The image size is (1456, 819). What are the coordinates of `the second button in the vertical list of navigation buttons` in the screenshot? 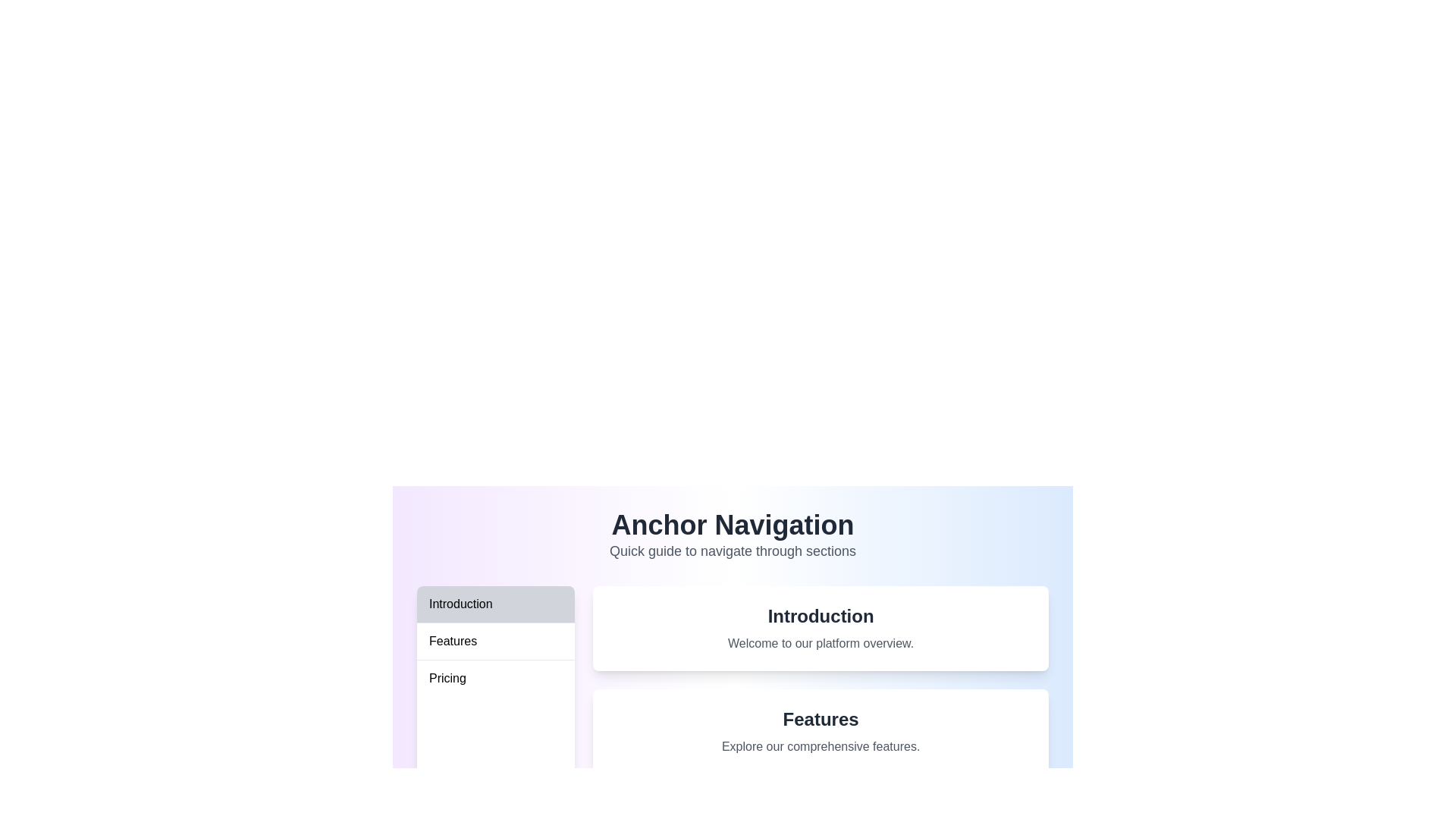 It's located at (496, 641).